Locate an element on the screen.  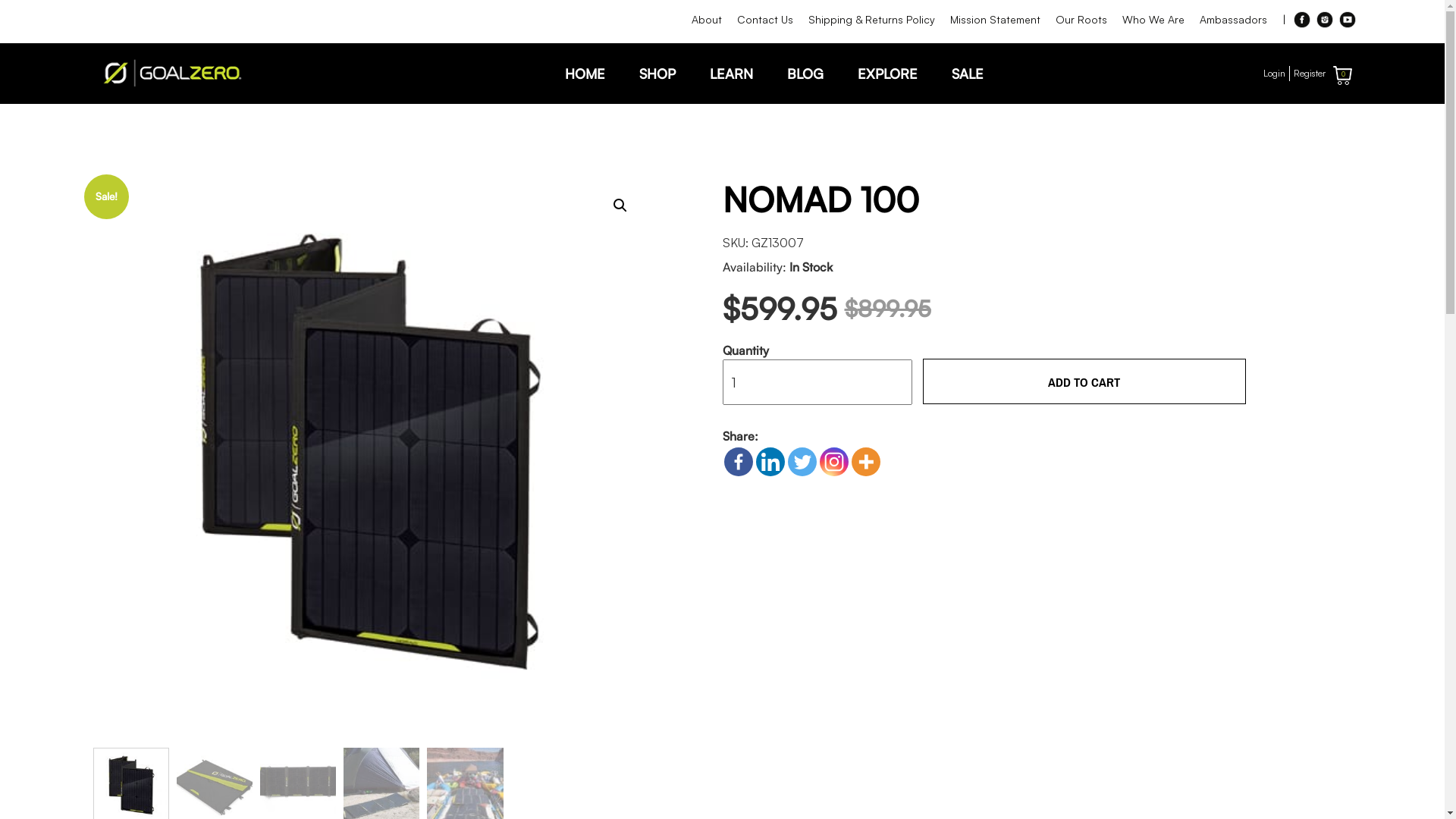
'SALE' is located at coordinates (966, 73).